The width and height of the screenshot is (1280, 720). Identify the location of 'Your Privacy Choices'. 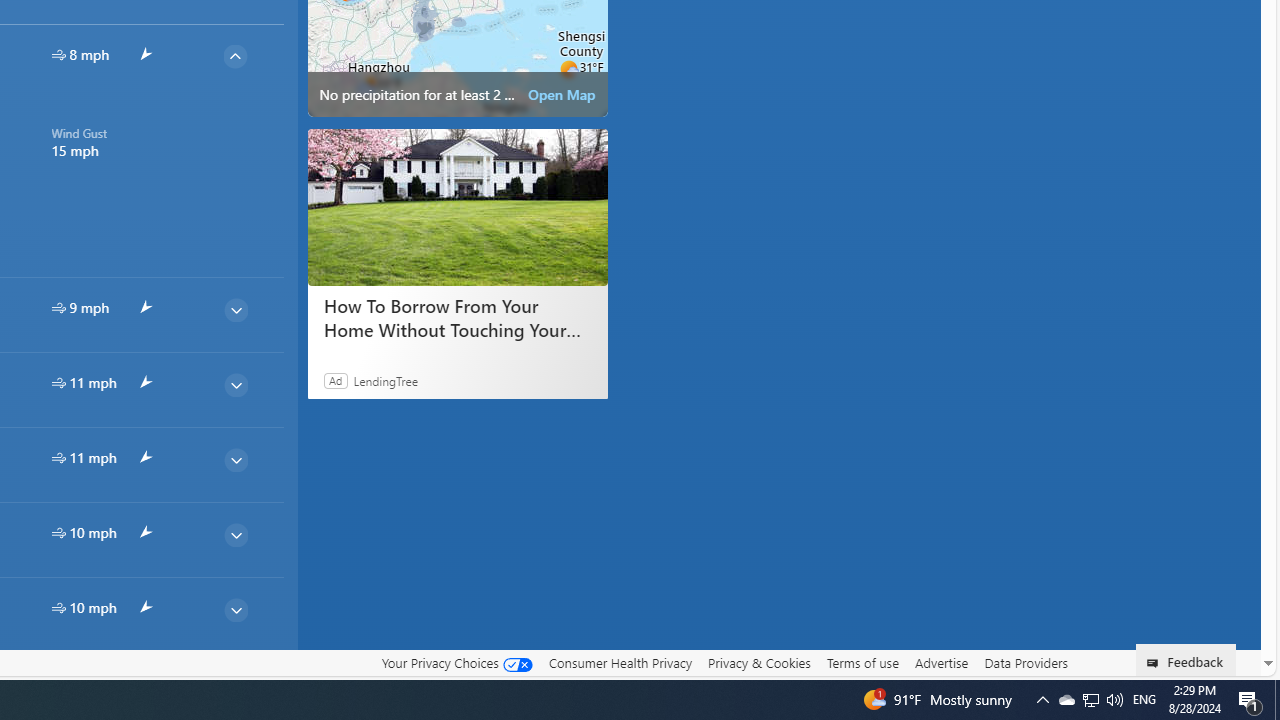
(455, 662).